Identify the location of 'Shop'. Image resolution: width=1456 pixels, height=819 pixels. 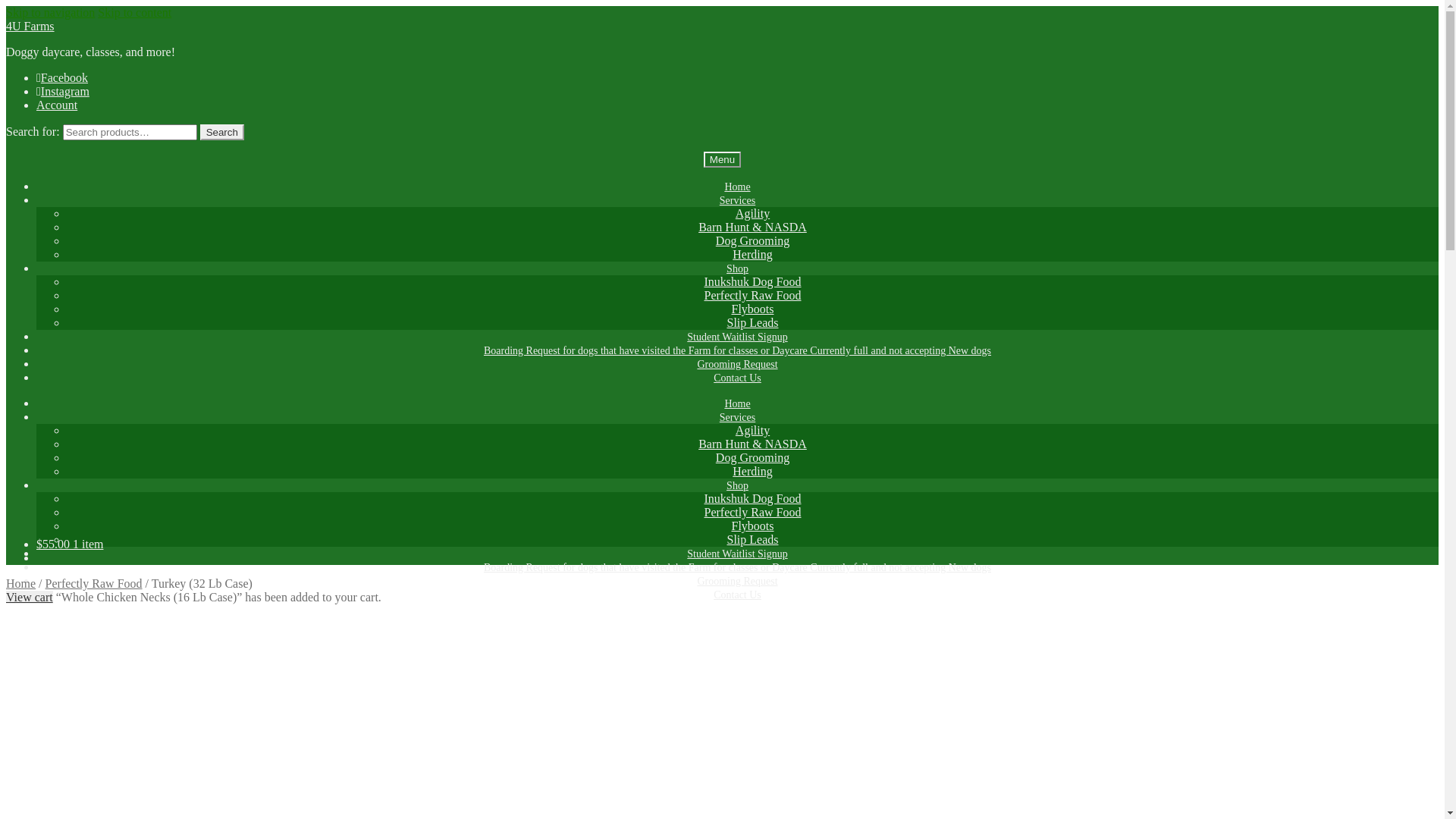
(718, 485).